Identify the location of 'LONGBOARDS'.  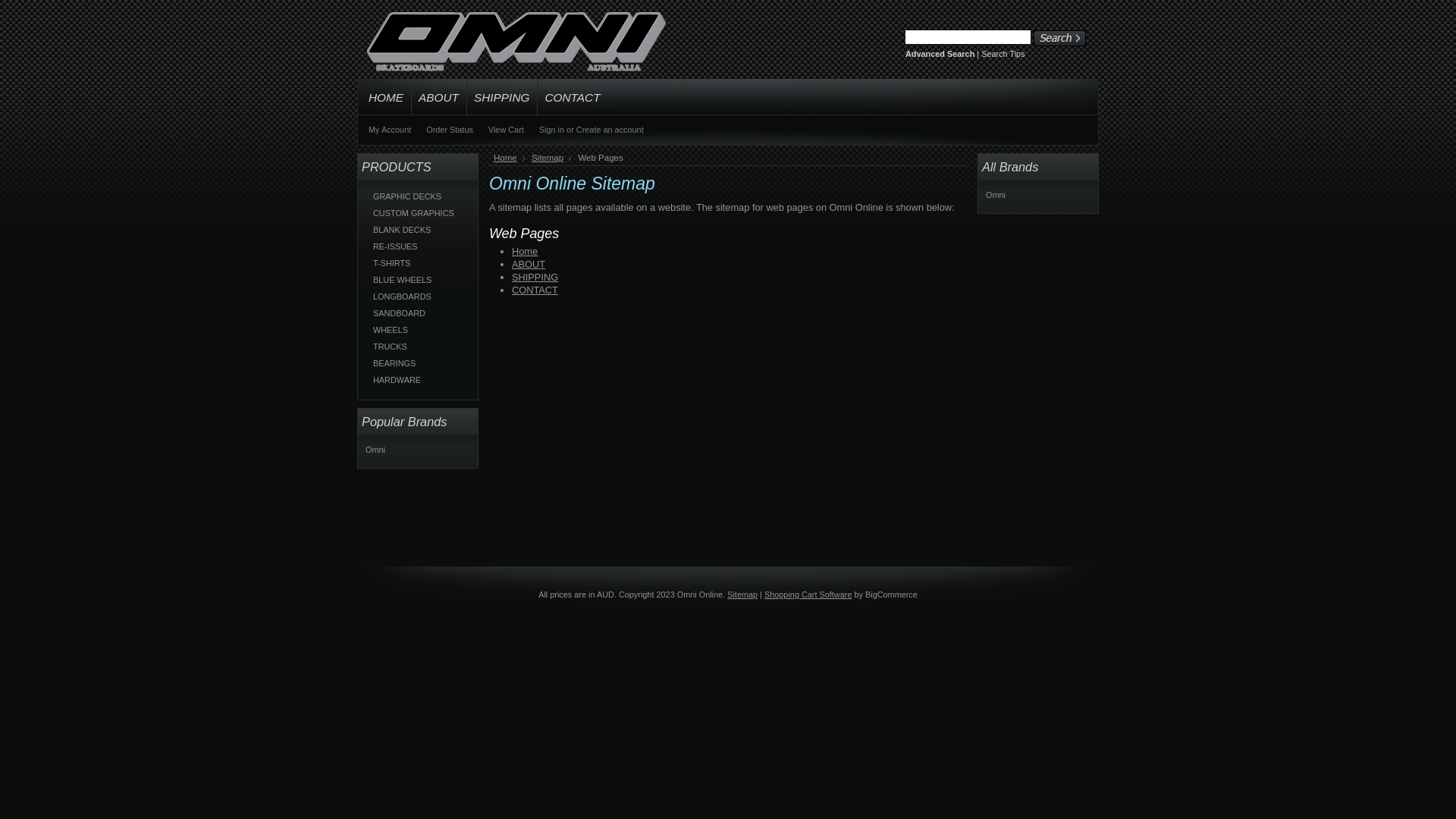
(419, 296).